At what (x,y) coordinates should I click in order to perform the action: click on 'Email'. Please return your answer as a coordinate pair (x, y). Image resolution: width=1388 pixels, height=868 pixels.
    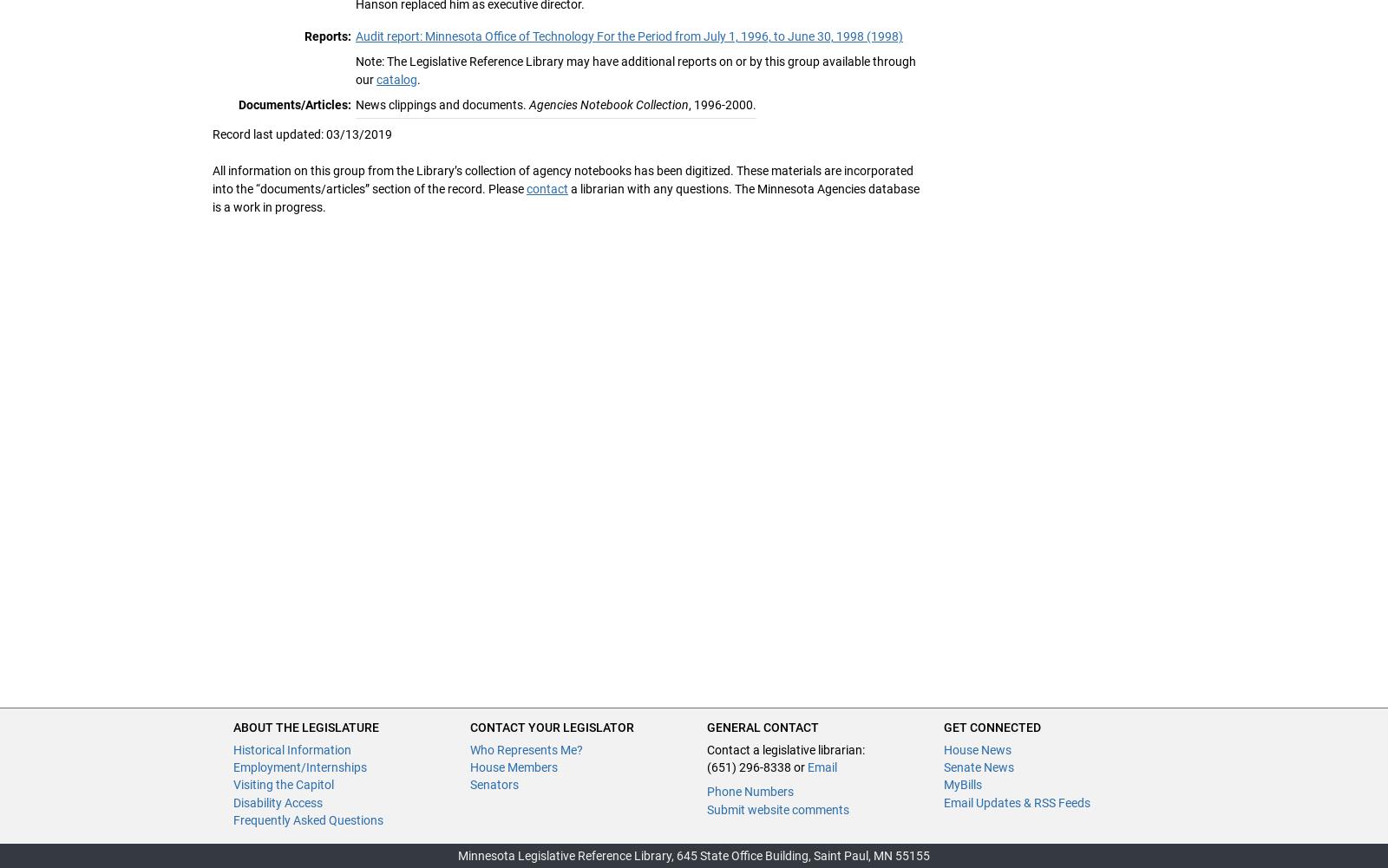
    Looking at the image, I should click on (807, 766).